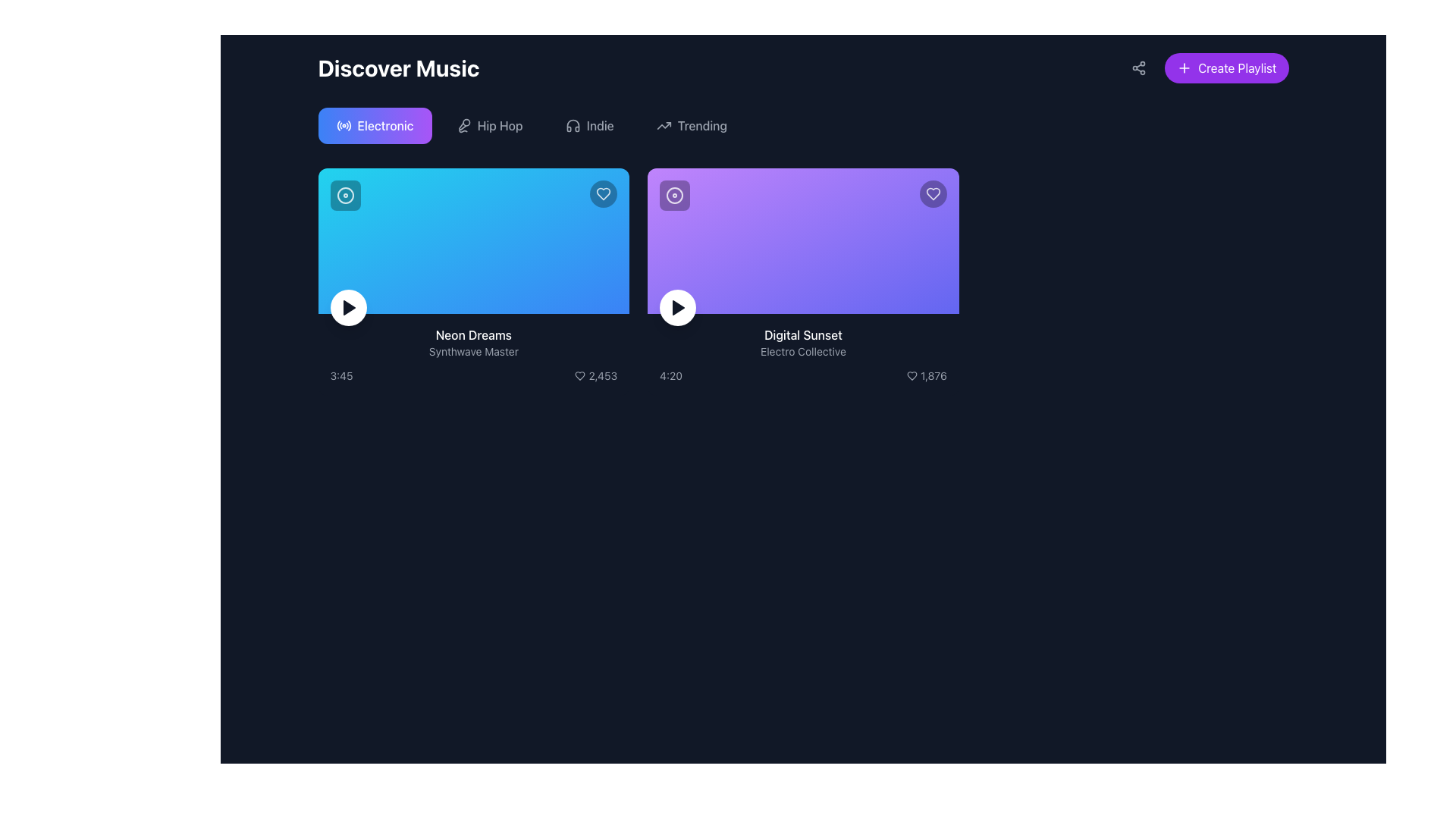 Image resolution: width=1456 pixels, height=819 pixels. I want to click on the static text displaying the count of likes or engagements associated with the adjacent music item, which is positioned below the 'Neon Dreams' title and to the right of a heart icon, so click(602, 375).